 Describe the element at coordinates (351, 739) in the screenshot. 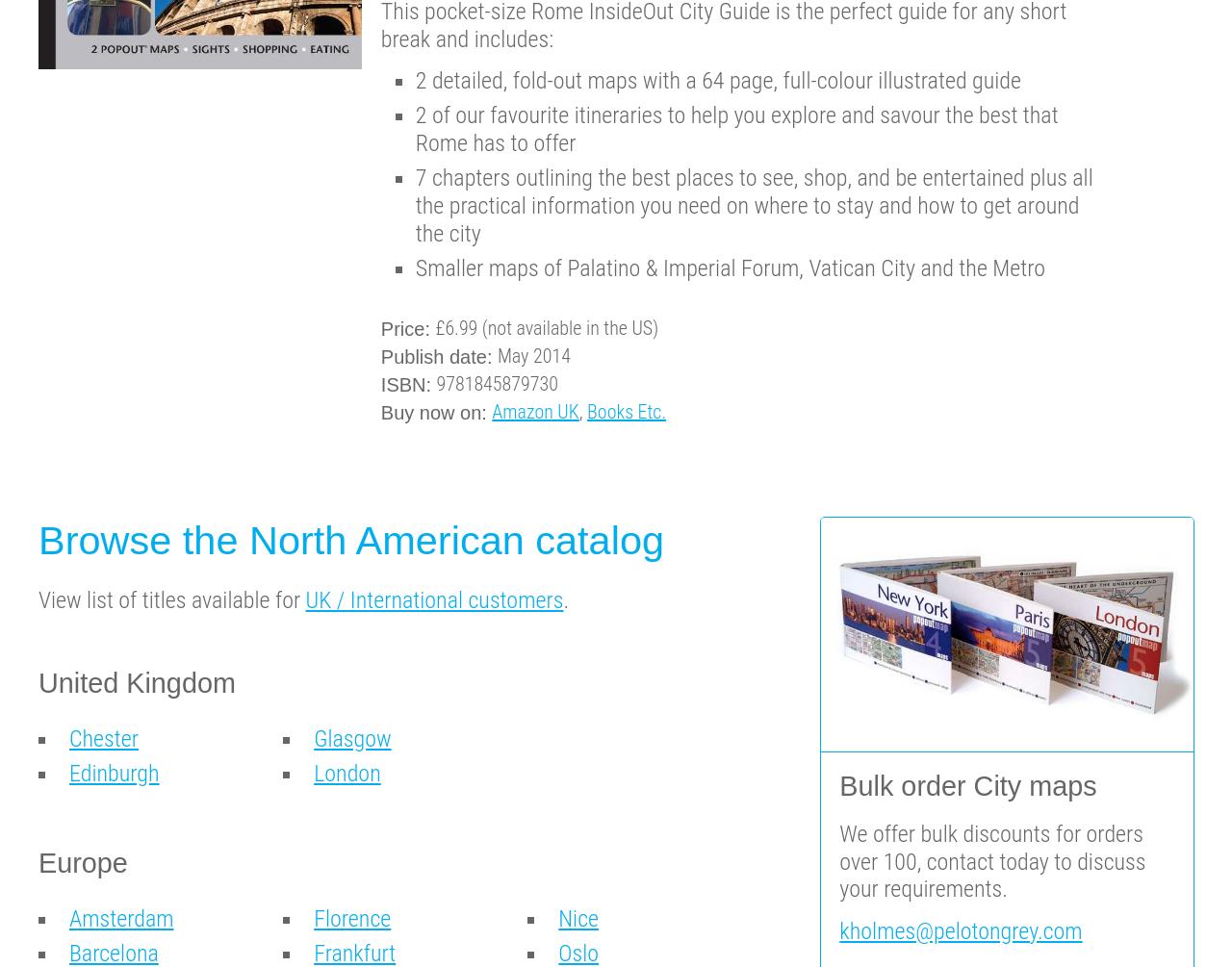

I see `'Glasgow'` at that location.